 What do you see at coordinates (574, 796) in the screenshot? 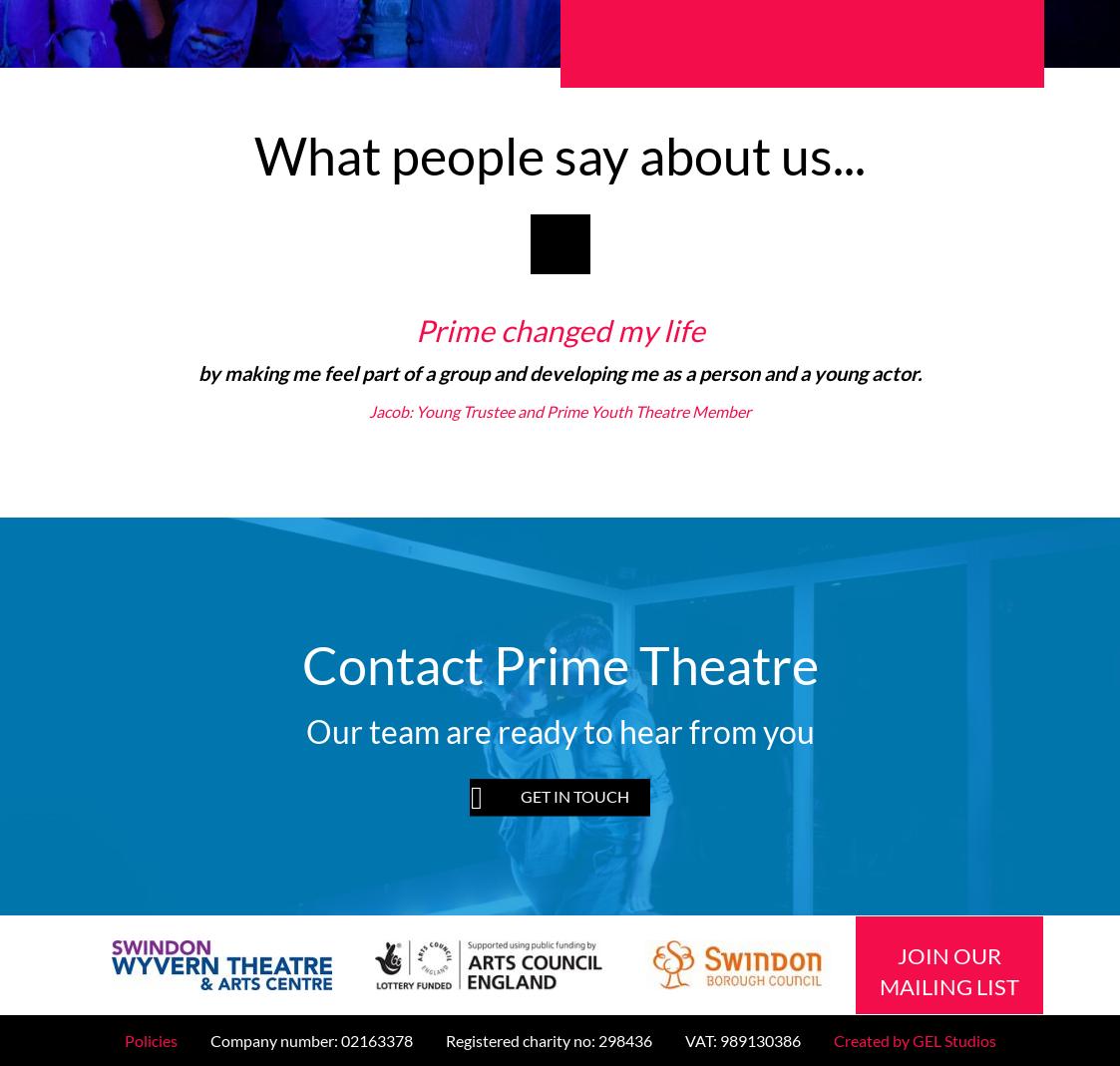
I see `'Get in touch'` at bounding box center [574, 796].